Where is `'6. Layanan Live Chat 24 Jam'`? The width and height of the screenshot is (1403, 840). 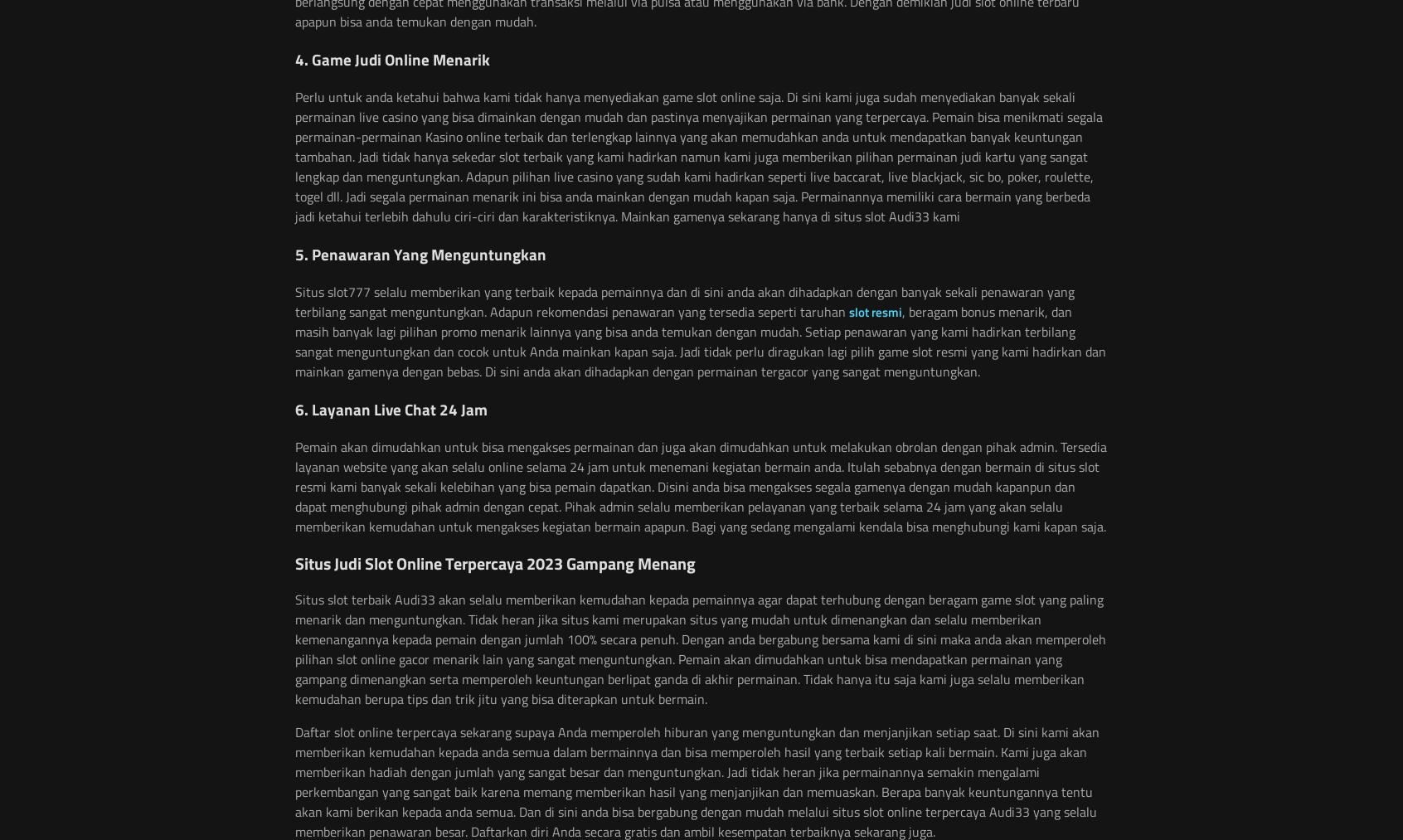
'6. Layanan Live Chat 24 Jam' is located at coordinates (391, 408).